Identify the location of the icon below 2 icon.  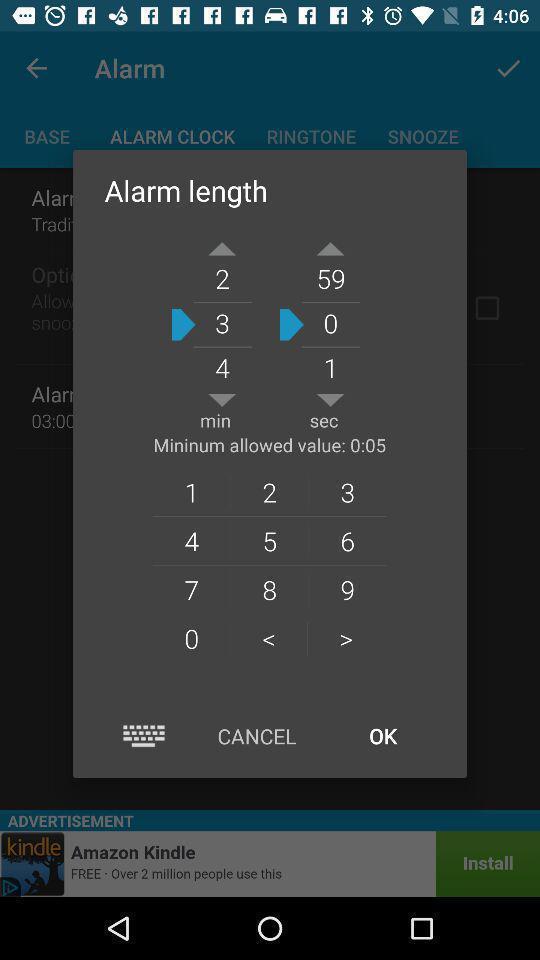
(346, 539).